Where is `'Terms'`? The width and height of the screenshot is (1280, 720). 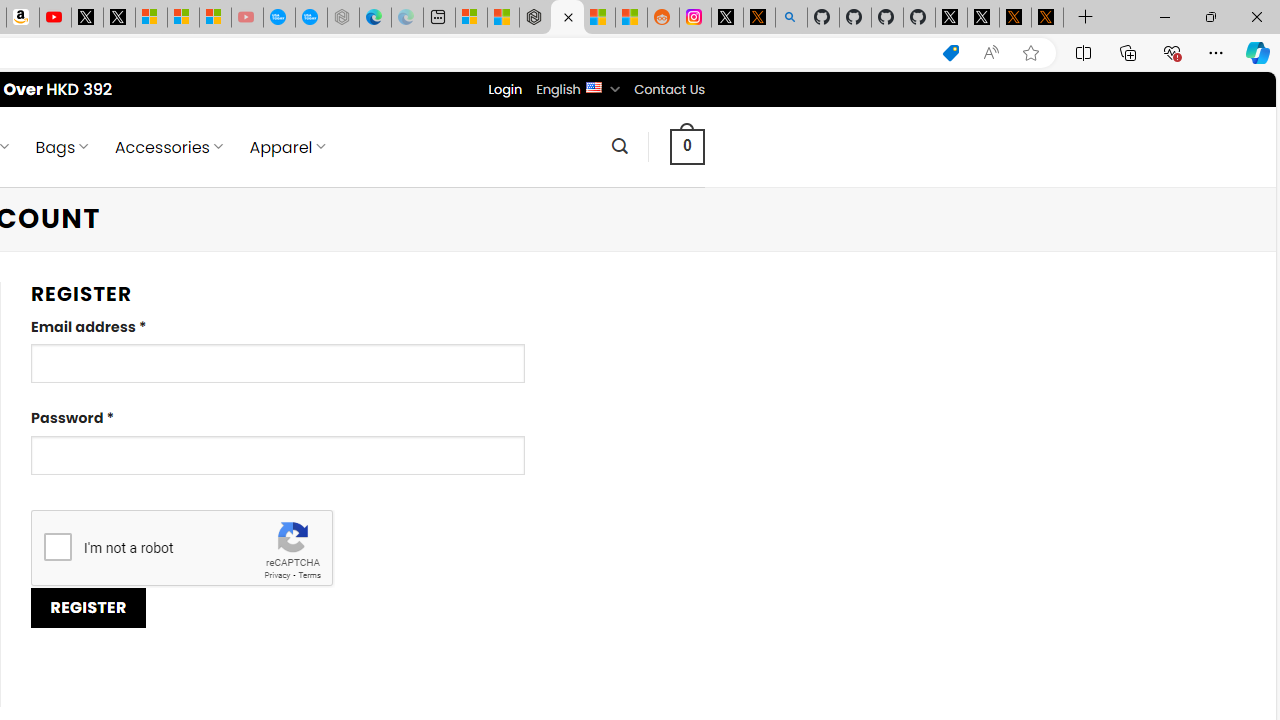
'Terms' is located at coordinates (308, 575).